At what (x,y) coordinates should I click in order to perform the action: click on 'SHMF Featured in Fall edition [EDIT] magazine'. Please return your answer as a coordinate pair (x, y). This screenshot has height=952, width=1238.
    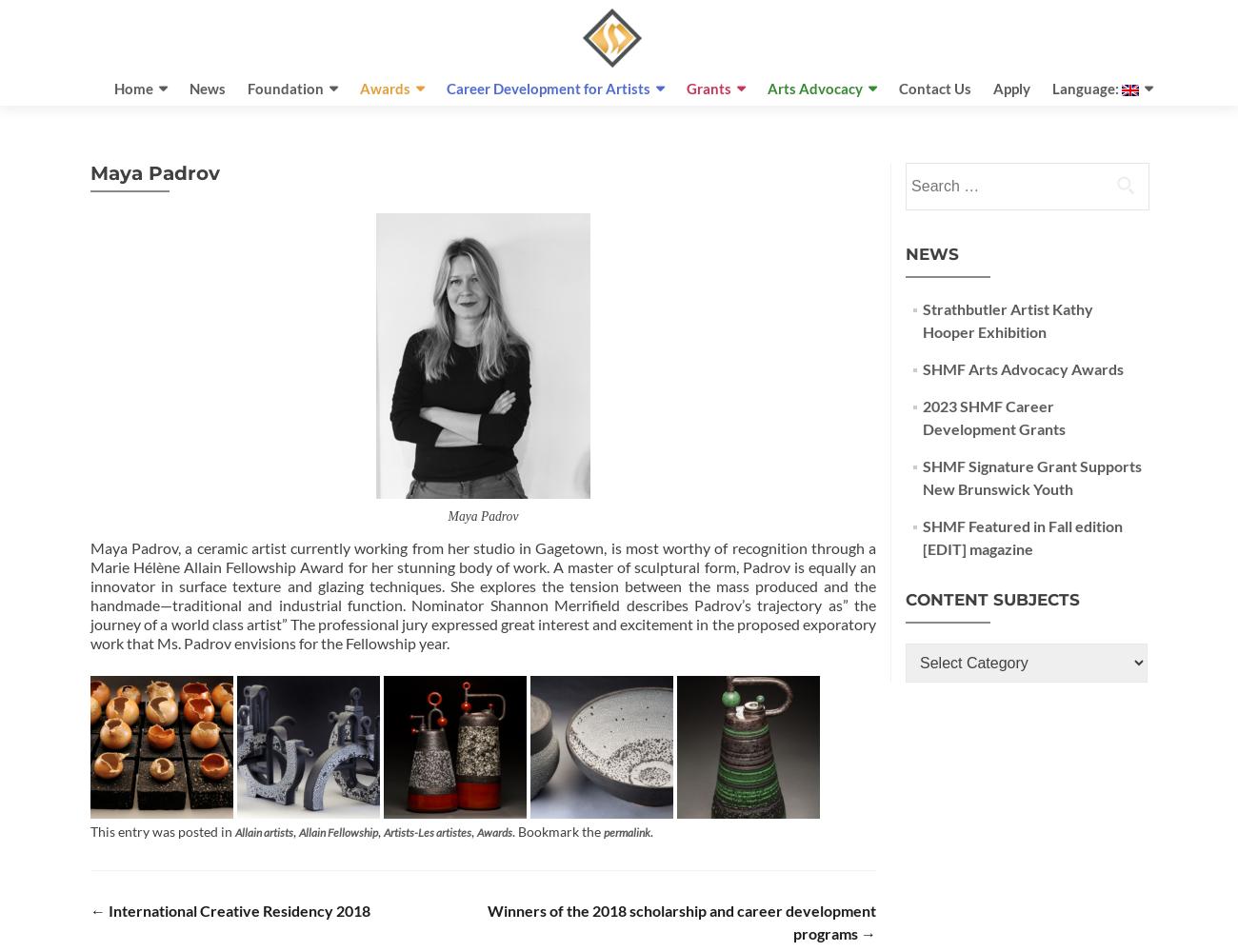
    Looking at the image, I should click on (1022, 536).